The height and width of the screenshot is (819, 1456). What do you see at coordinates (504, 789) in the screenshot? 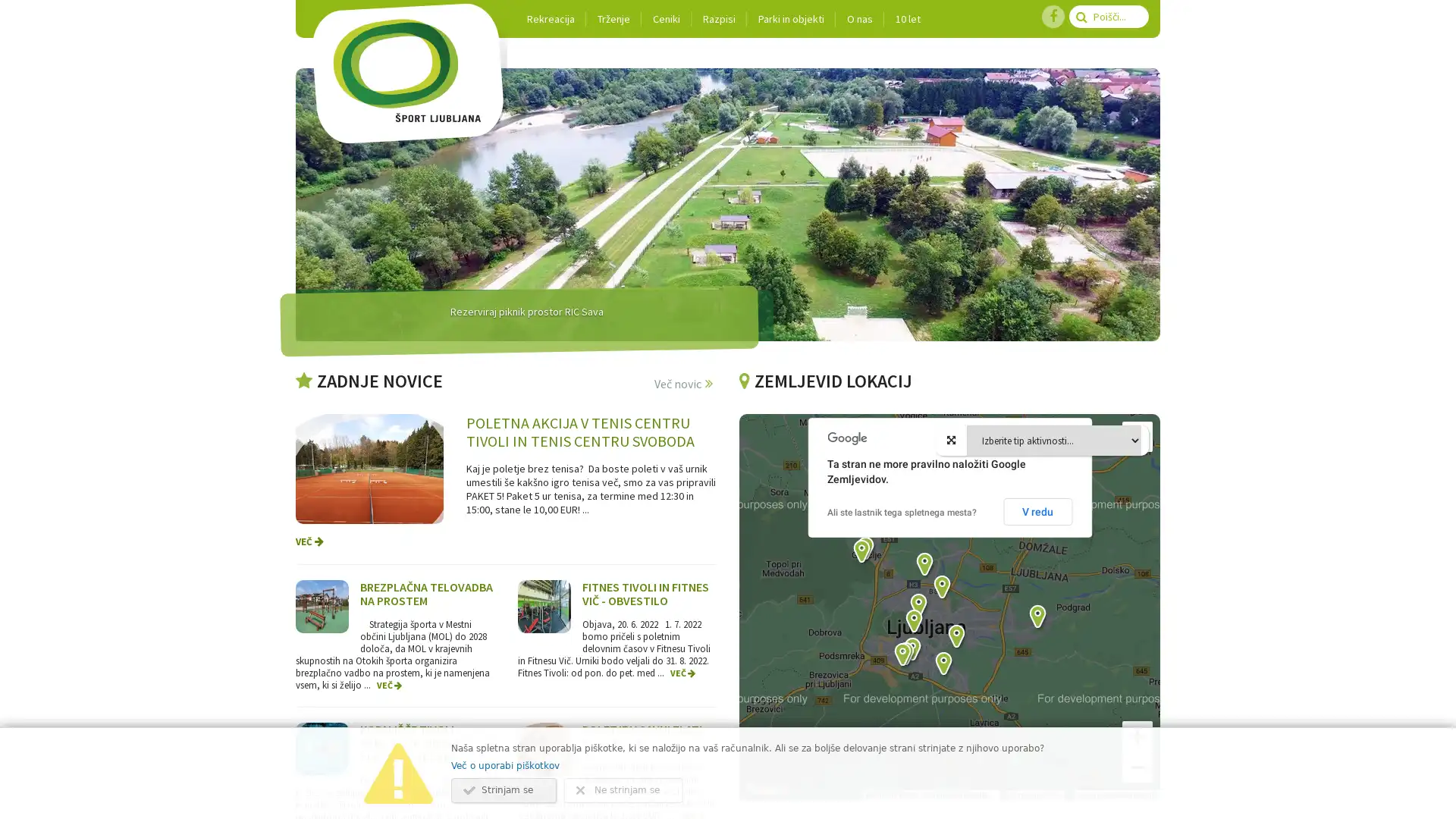
I see `Strinjam se` at bounding box center [504, 789].